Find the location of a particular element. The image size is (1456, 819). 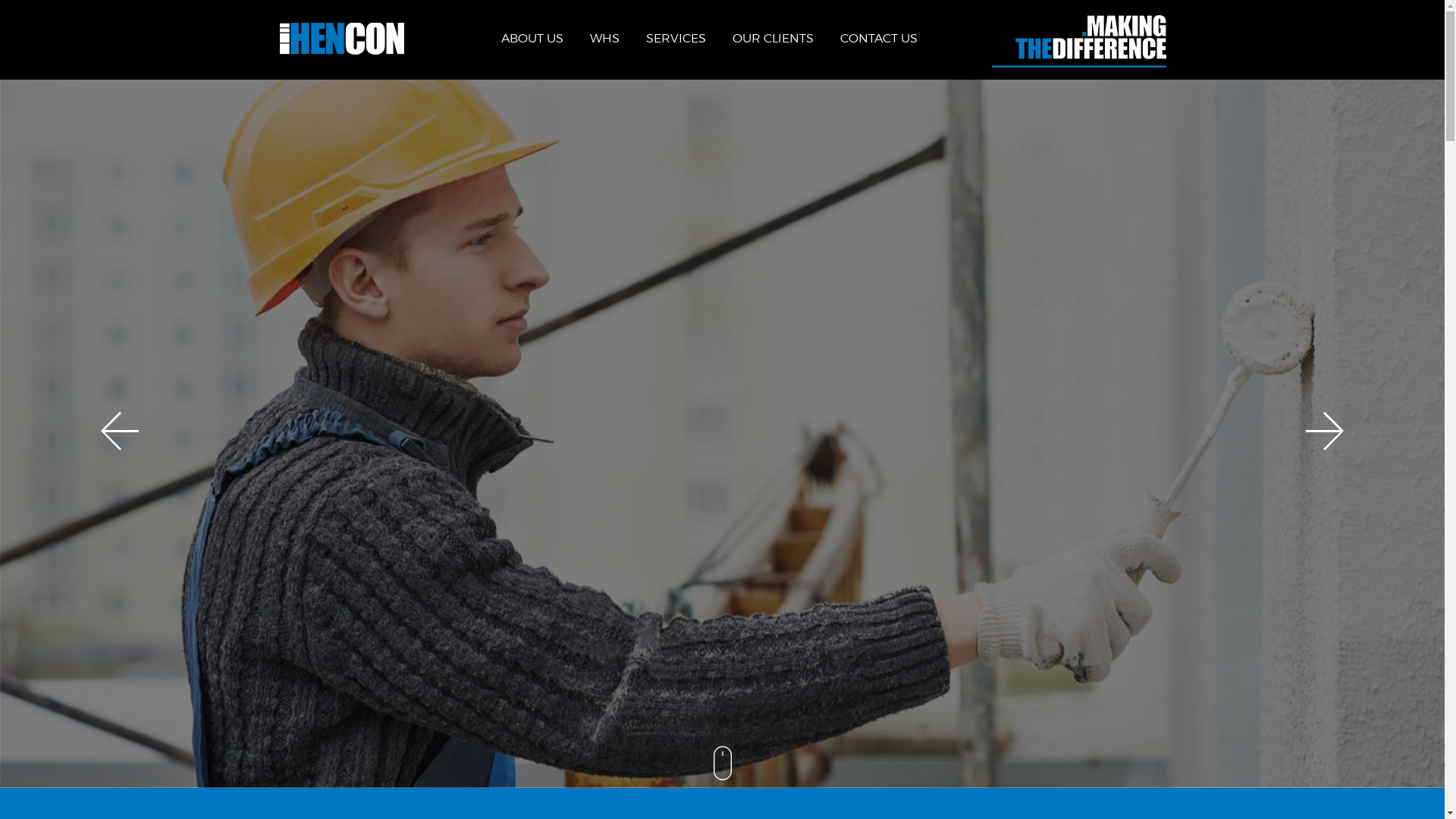

'NEXT' is located at coordinates (1305, 431).